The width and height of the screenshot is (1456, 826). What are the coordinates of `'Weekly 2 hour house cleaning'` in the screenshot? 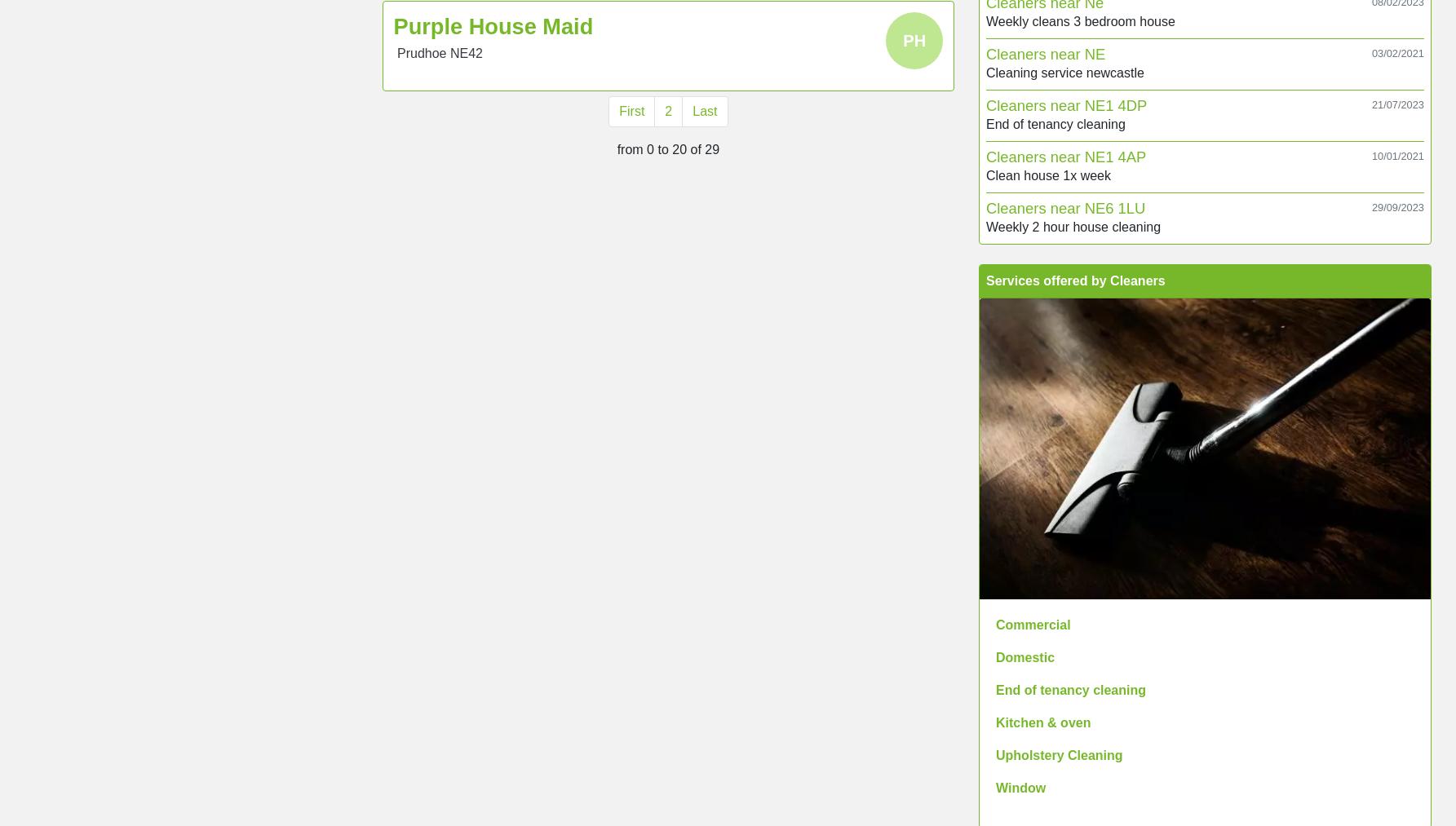 It's located at (1073, 225).